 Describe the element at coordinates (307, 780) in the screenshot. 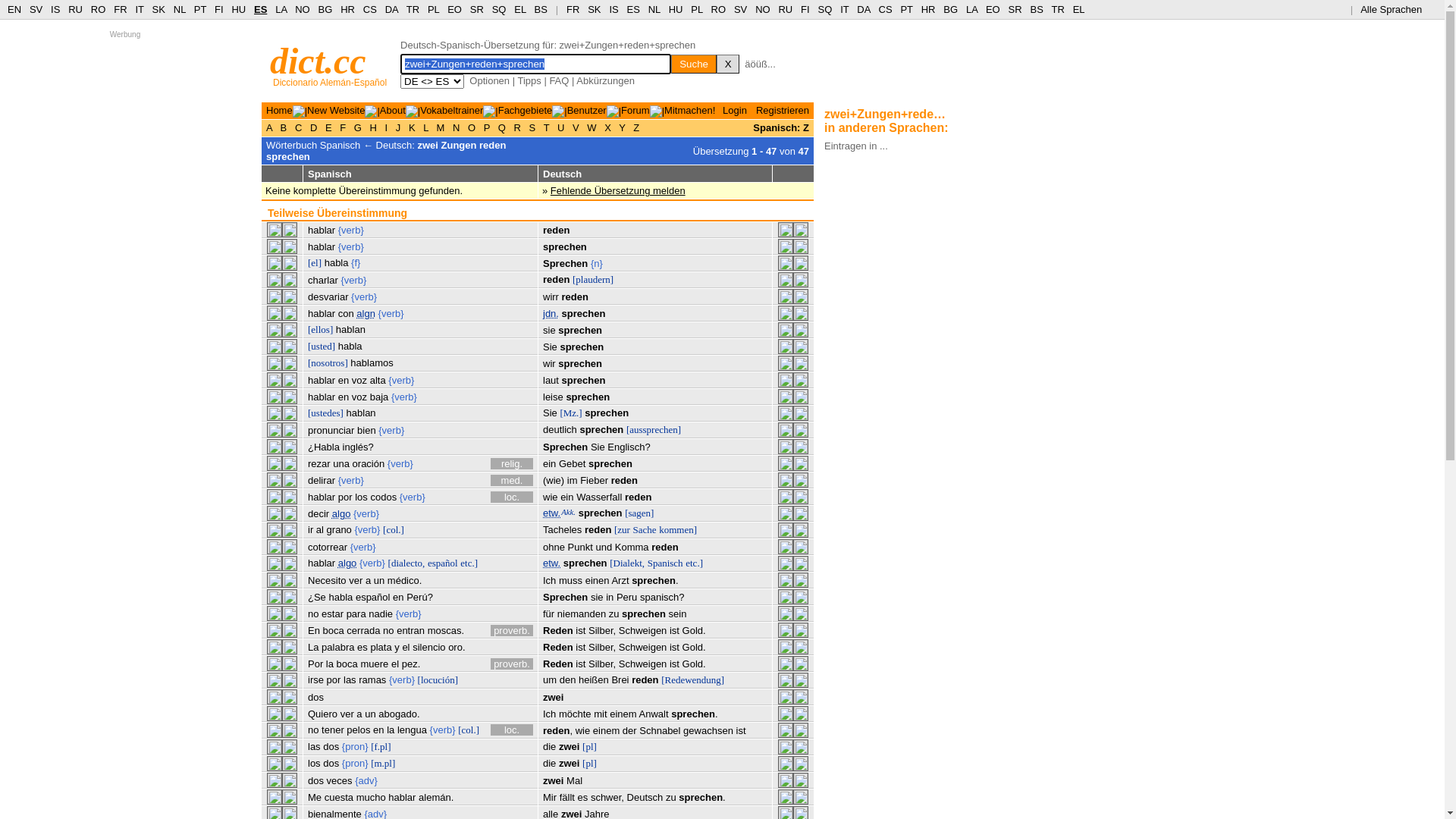

I see `'dos'` at that location.